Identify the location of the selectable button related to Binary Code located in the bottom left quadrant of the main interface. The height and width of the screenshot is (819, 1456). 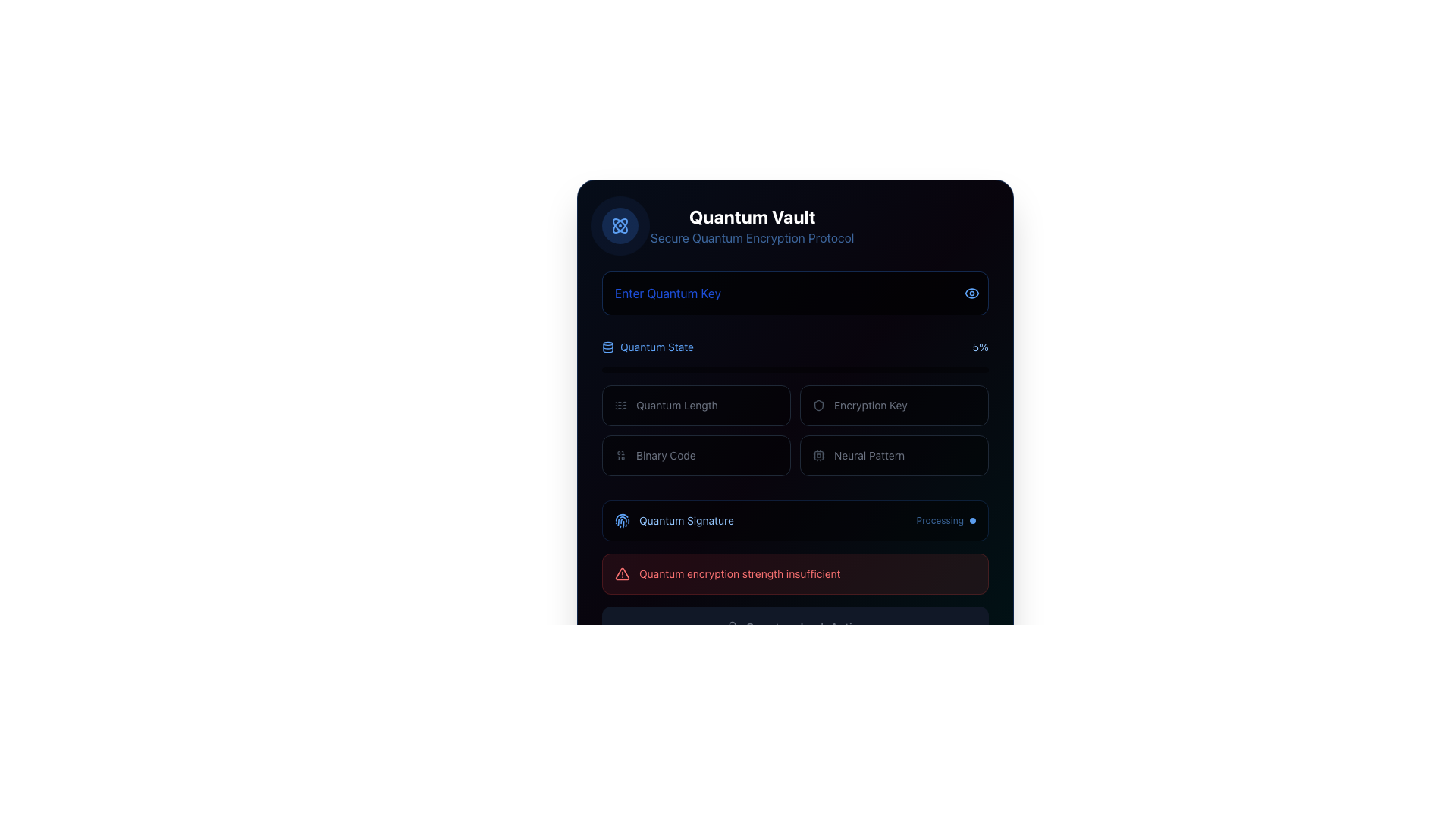
(666, 455).